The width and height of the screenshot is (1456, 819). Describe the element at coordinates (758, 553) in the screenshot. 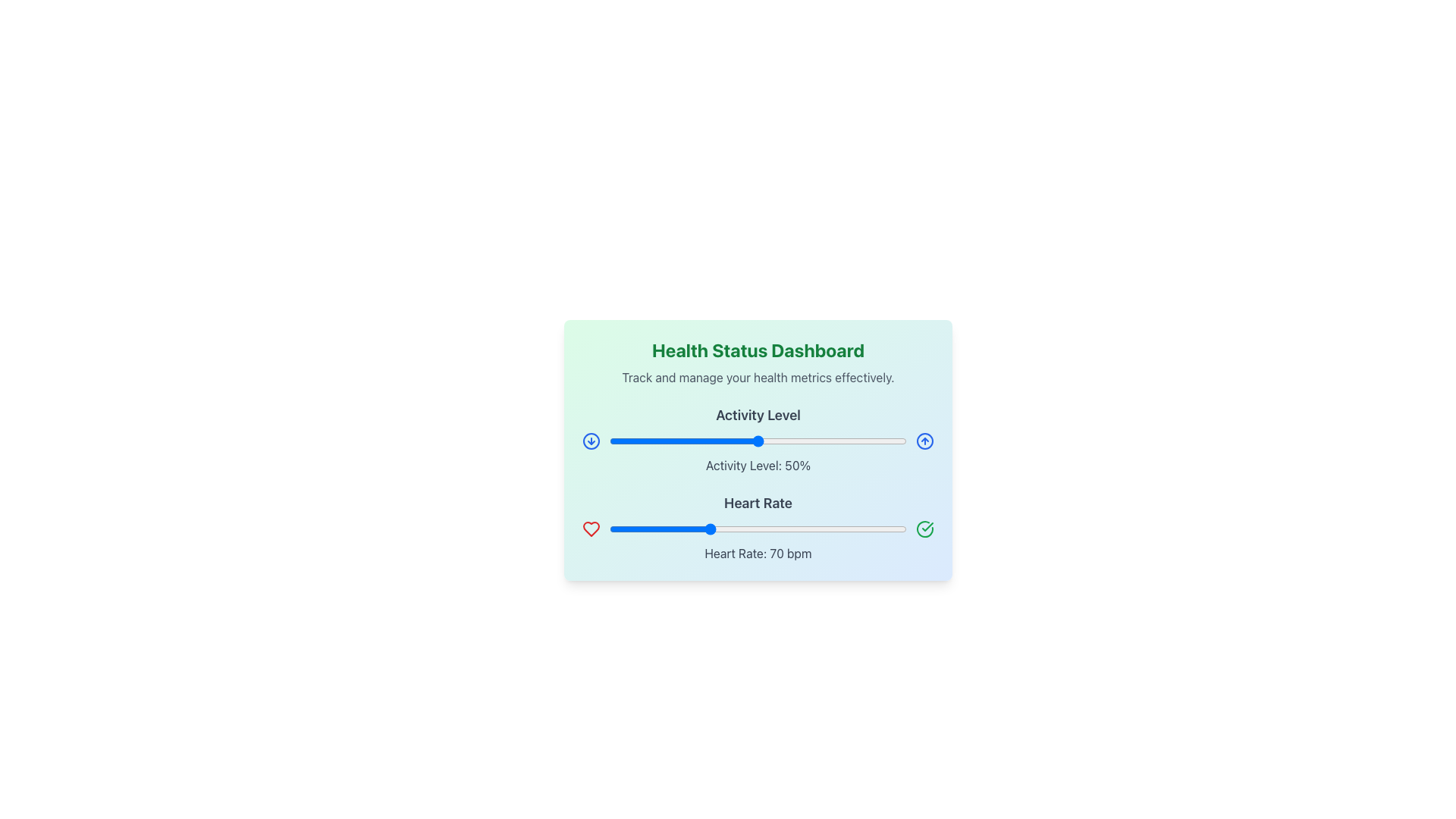

I see `the text label displaying 'Heart Rate: 70 bpm', which is located under the heart rate slider and icons in the dashboard` at that location.